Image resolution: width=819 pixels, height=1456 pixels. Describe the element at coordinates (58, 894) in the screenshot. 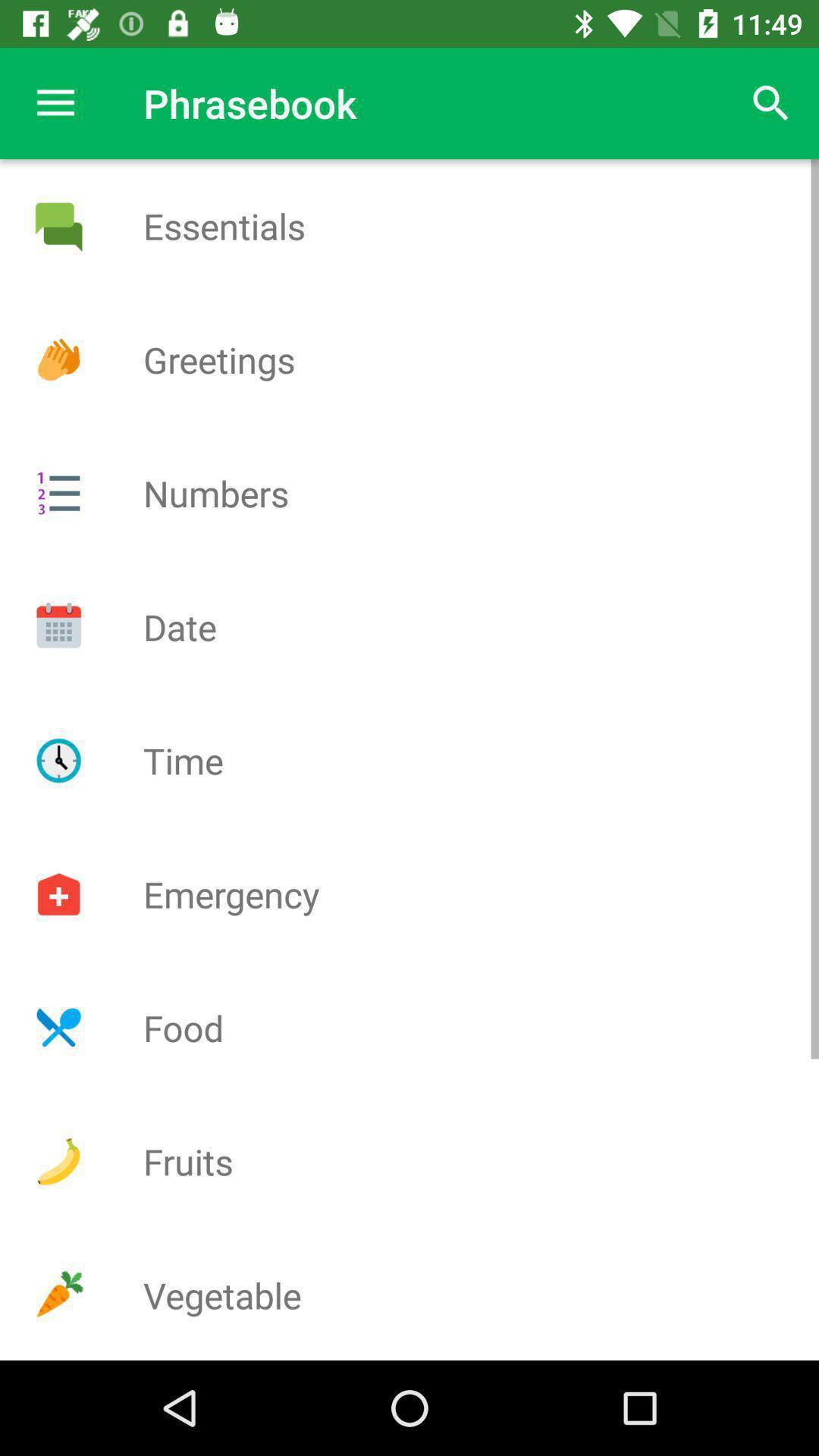

I see `emergency tab` at that location.